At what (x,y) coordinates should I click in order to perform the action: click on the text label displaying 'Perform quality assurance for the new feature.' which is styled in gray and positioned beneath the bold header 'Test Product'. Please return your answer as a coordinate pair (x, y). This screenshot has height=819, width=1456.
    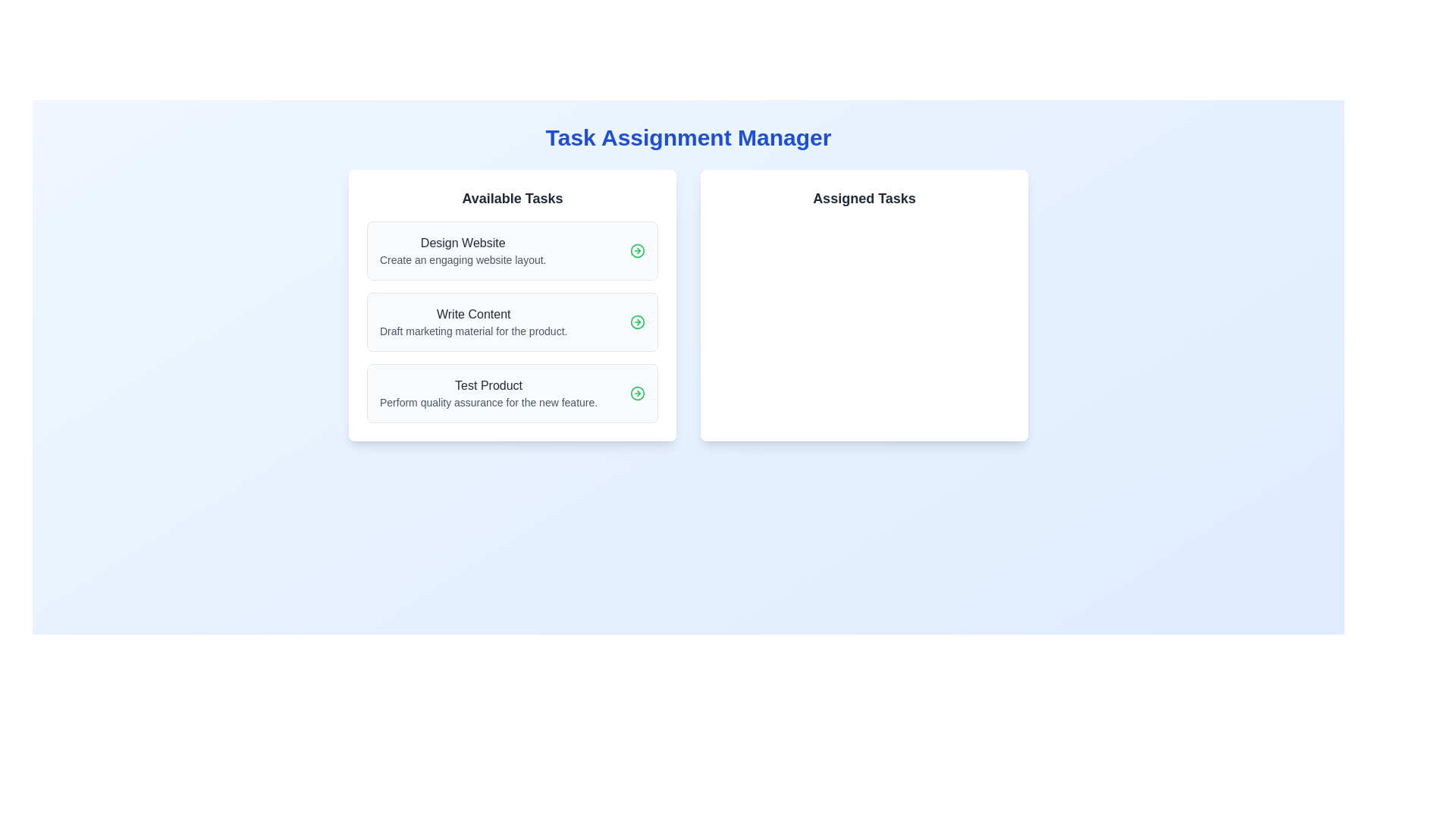
    Looking at the image, I should click on (488, 402).